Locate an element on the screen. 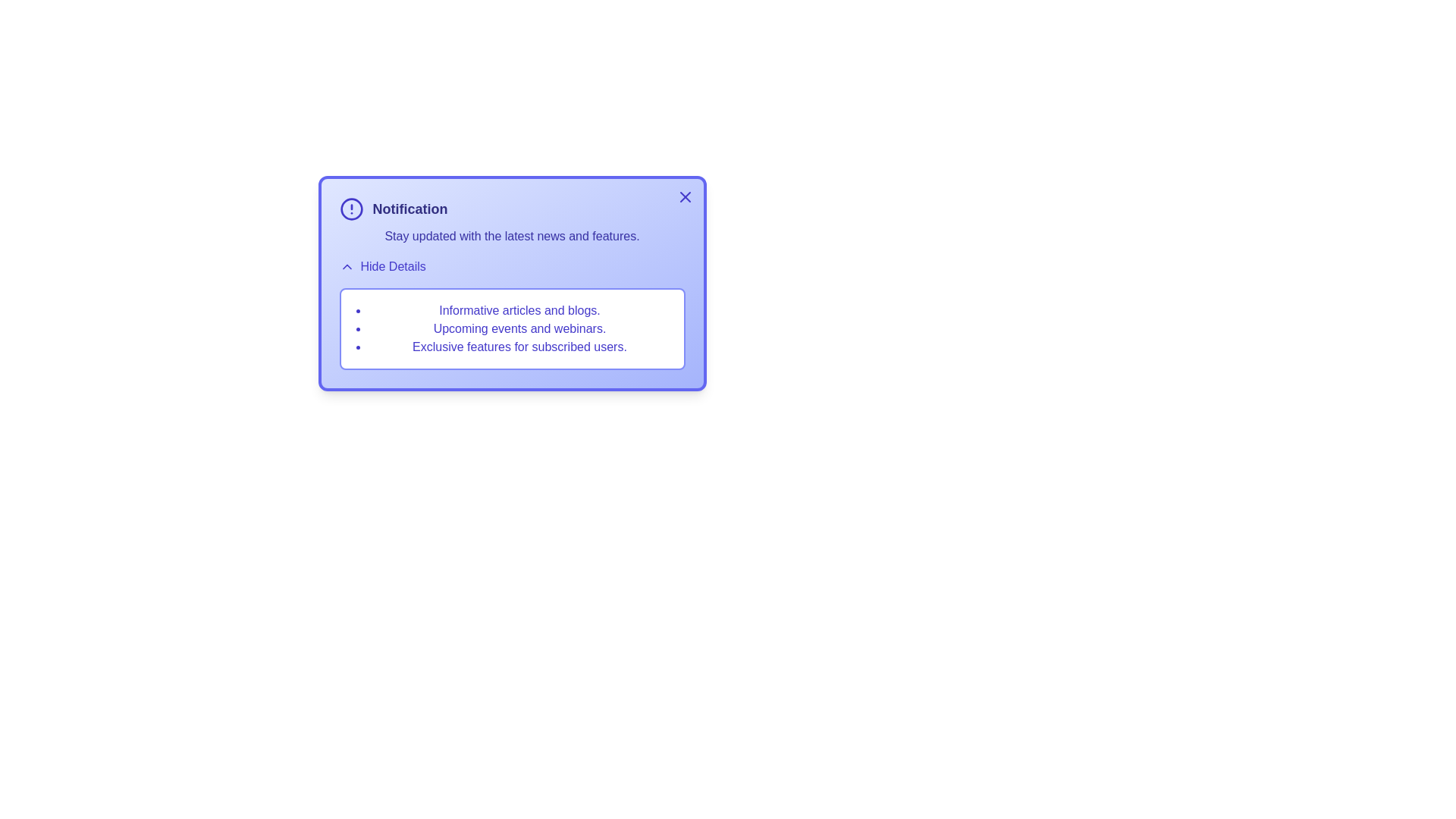 This screenshot has width=1456, height=819. the close button at the top-right corner of the notification is located at coordinates (684, 196).